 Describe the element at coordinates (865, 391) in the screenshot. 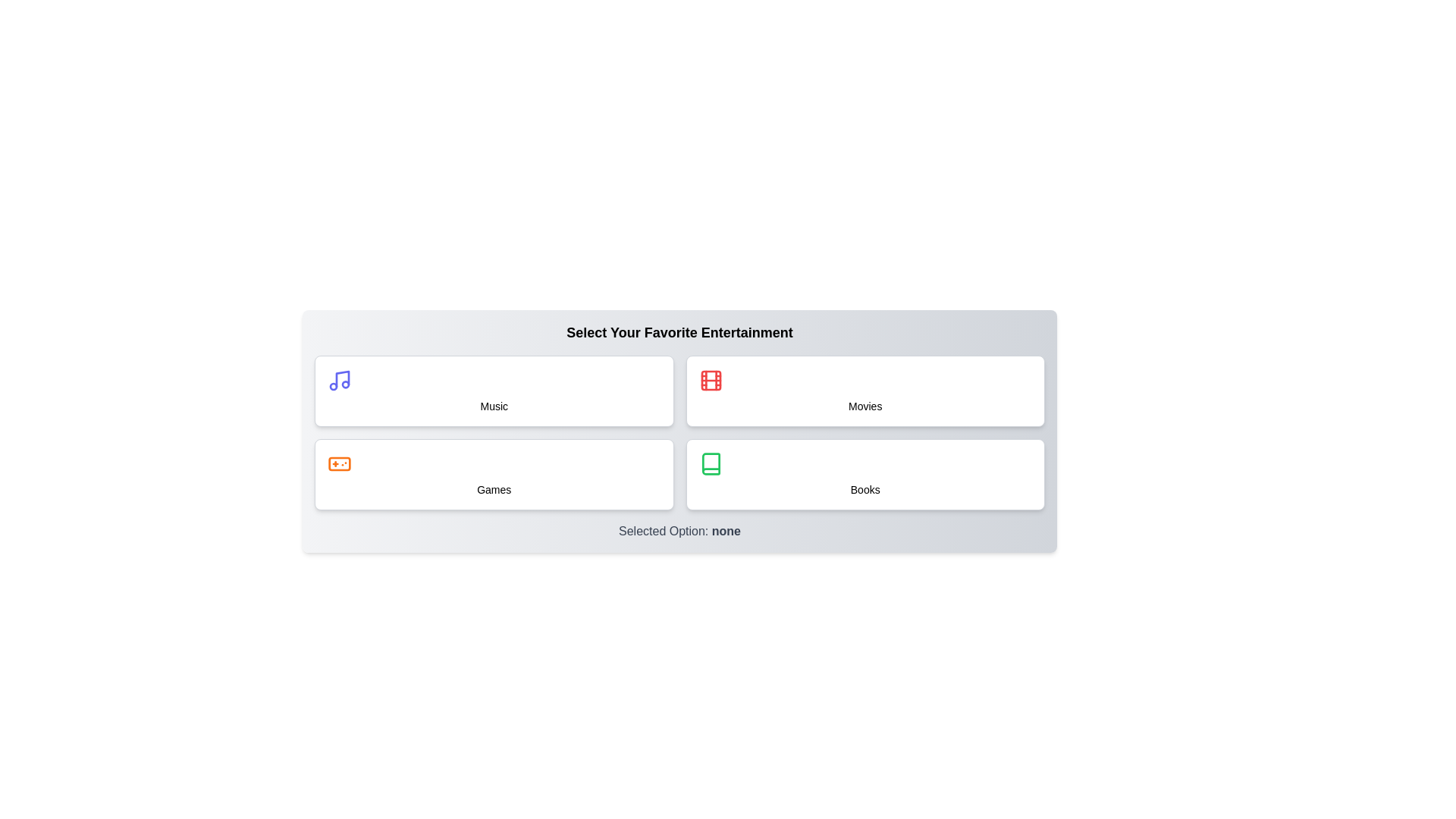

I see `the button labeled Movies` at that location.